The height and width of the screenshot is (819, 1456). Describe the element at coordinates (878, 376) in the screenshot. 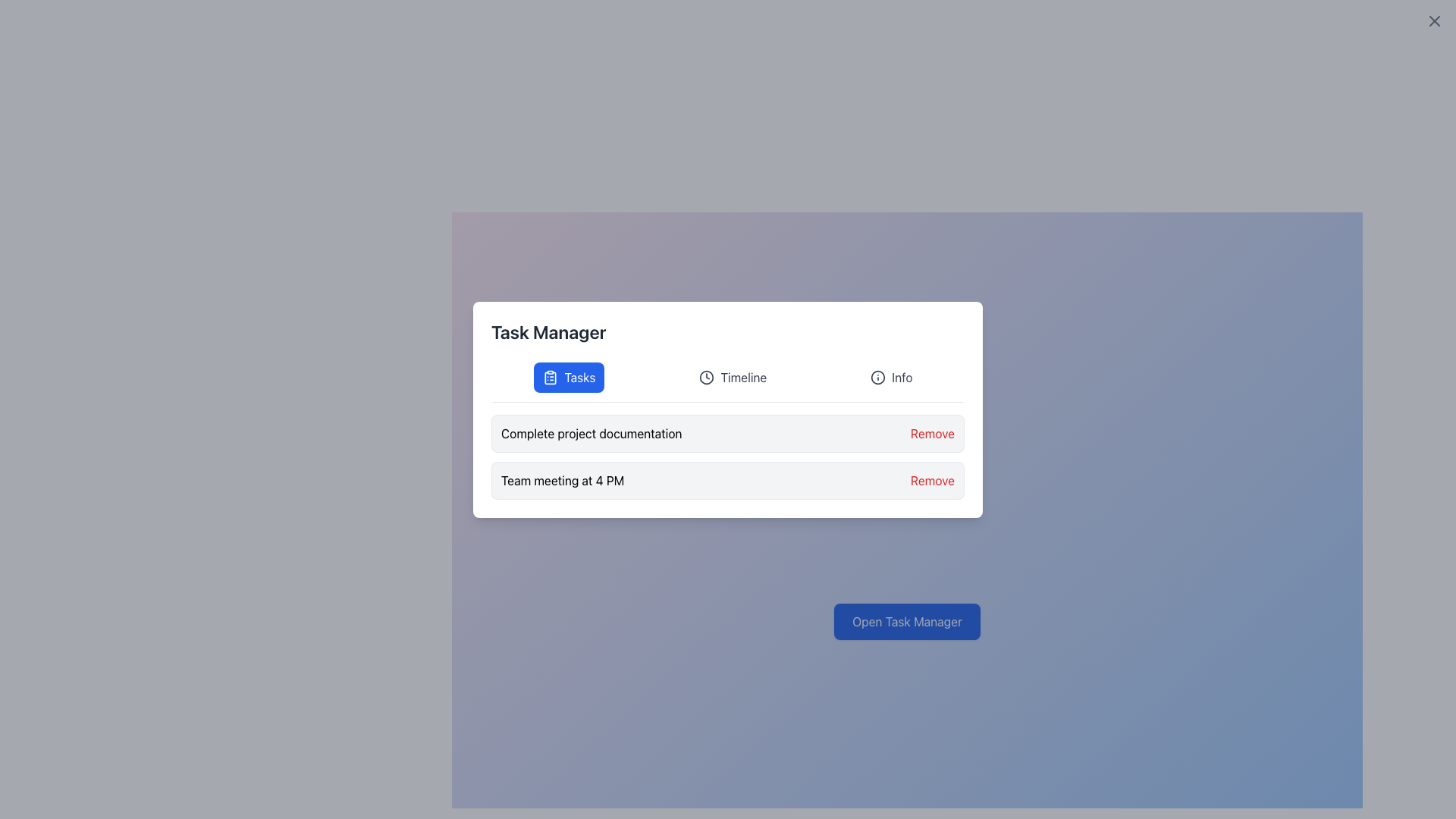

I see `the circular icon with an 'i' symbol inside, which is part of the navigation bar labeled 'Info' at the top-right corner of the interface` at that location.